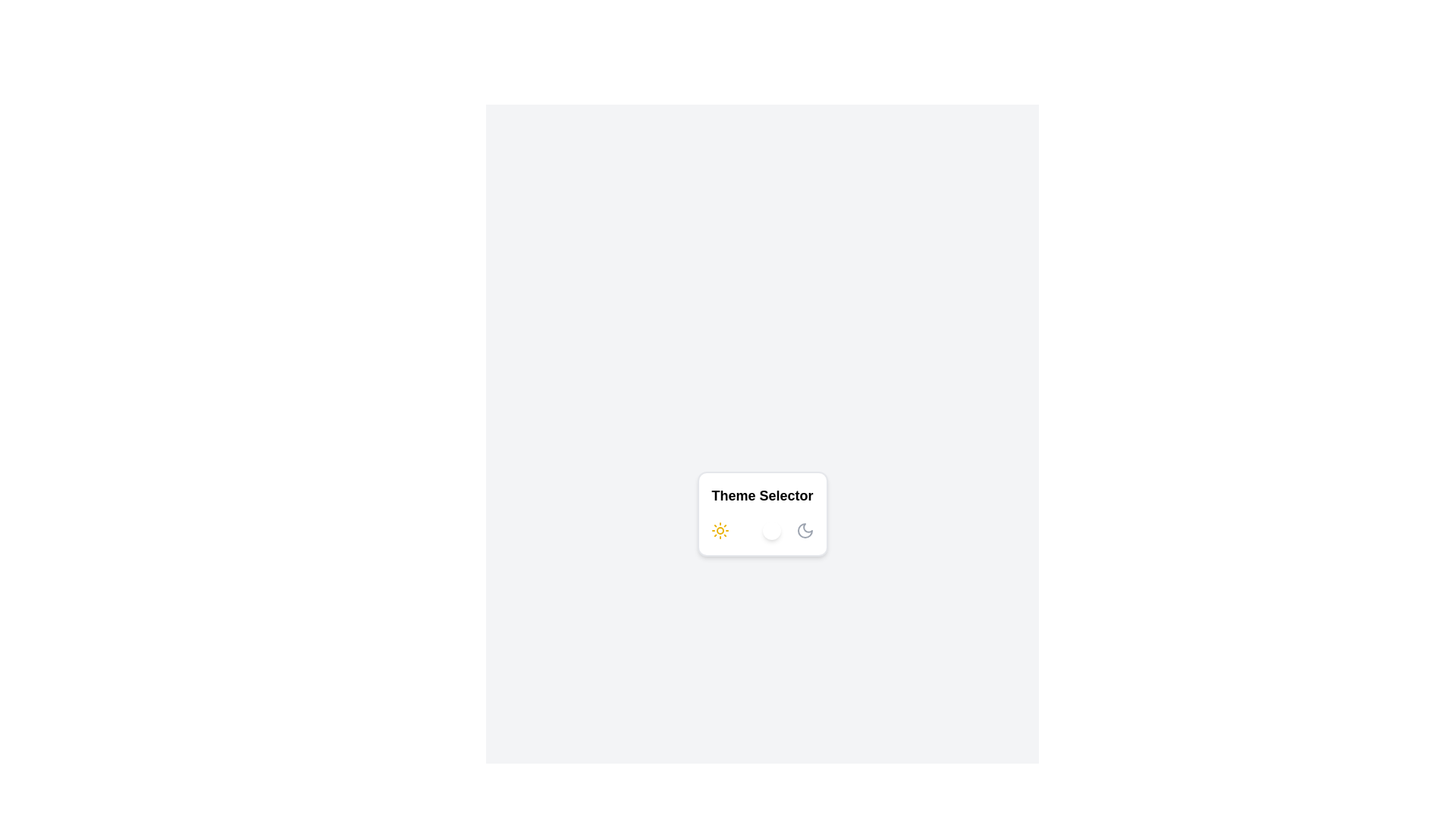 This screenshot has height=819, width=1456. I want to click on the toggle button to toggle the switch, so click(762, 529).